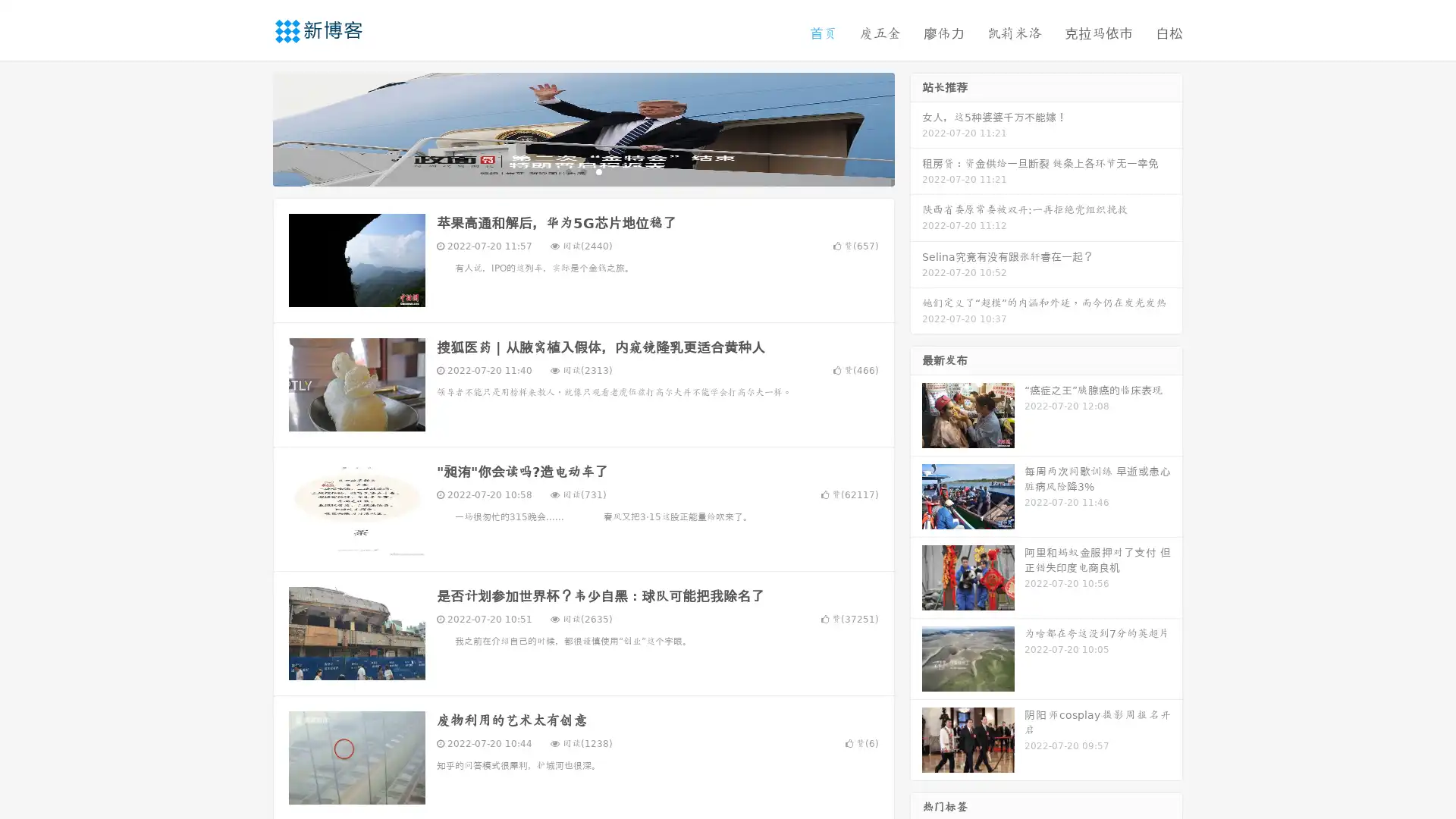 This screenshot has width=1456, height=819. What do you see at coordinates (250, 127) in the screenshot?
I see `Previous slide` at bounding box center [250, 127].